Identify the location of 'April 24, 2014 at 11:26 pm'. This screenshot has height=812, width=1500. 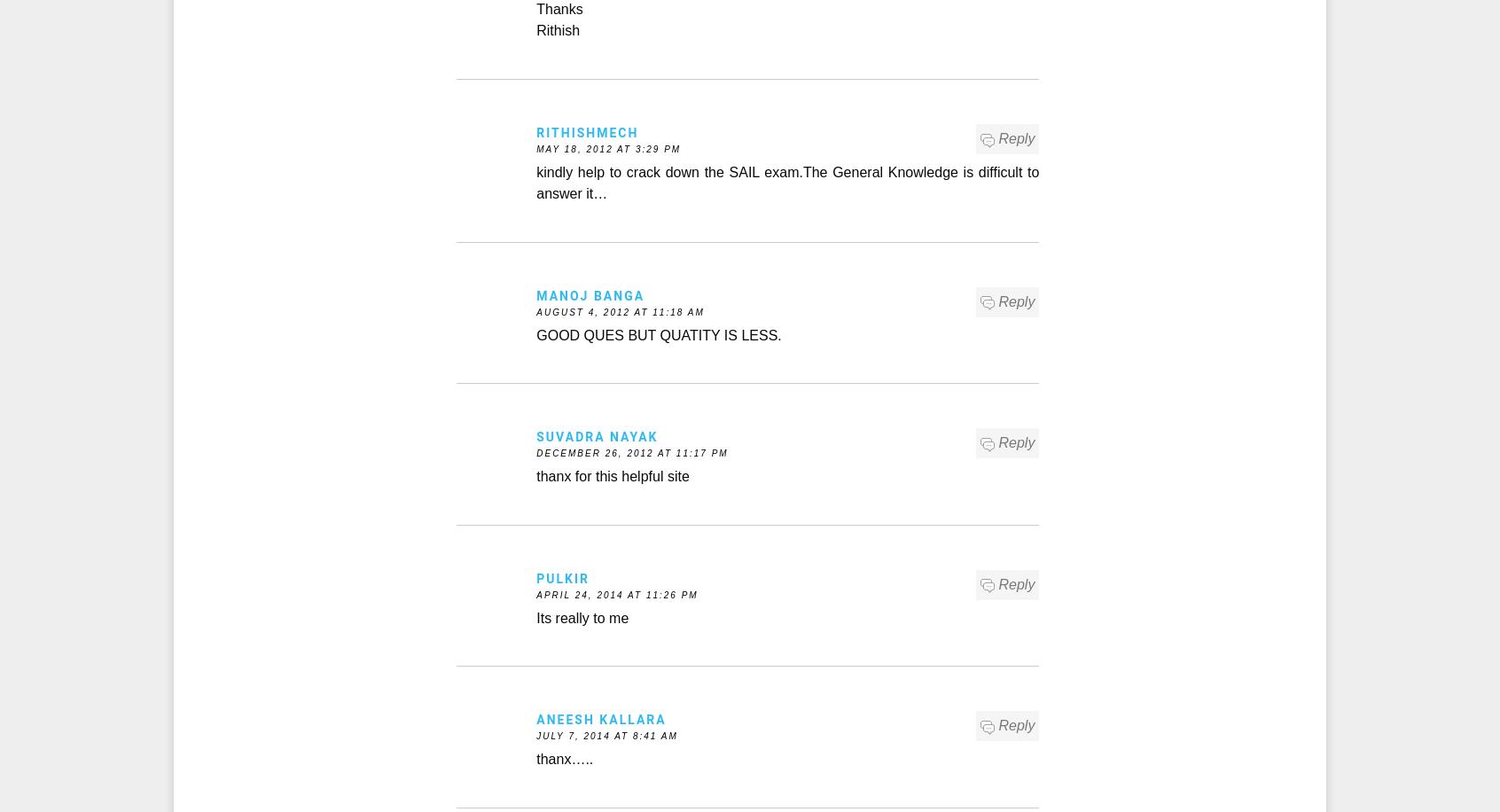
(616, 593).